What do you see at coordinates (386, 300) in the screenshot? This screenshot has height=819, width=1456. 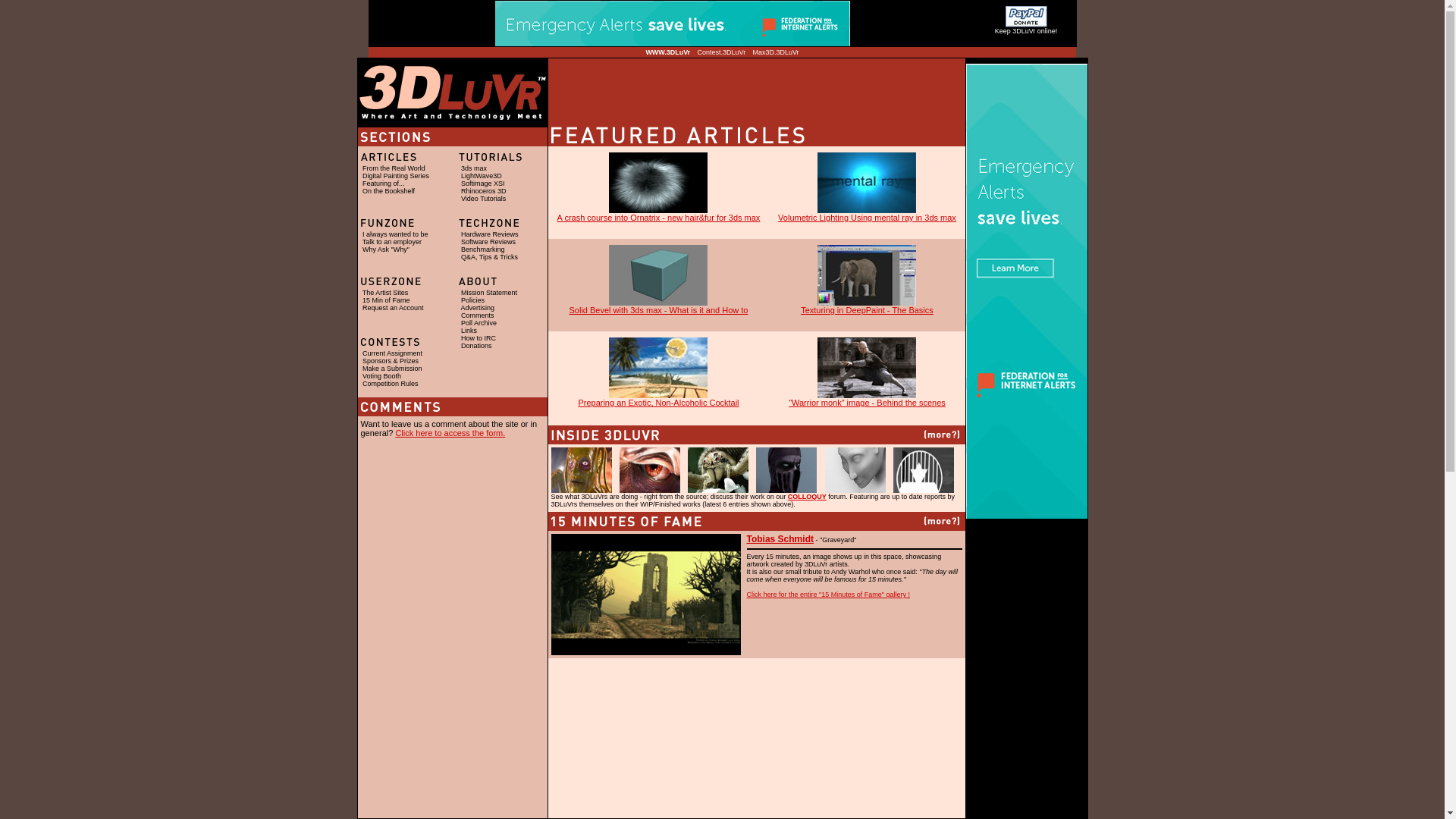 I see `'15 Min of Fame'` at bounding box center [386, 300].